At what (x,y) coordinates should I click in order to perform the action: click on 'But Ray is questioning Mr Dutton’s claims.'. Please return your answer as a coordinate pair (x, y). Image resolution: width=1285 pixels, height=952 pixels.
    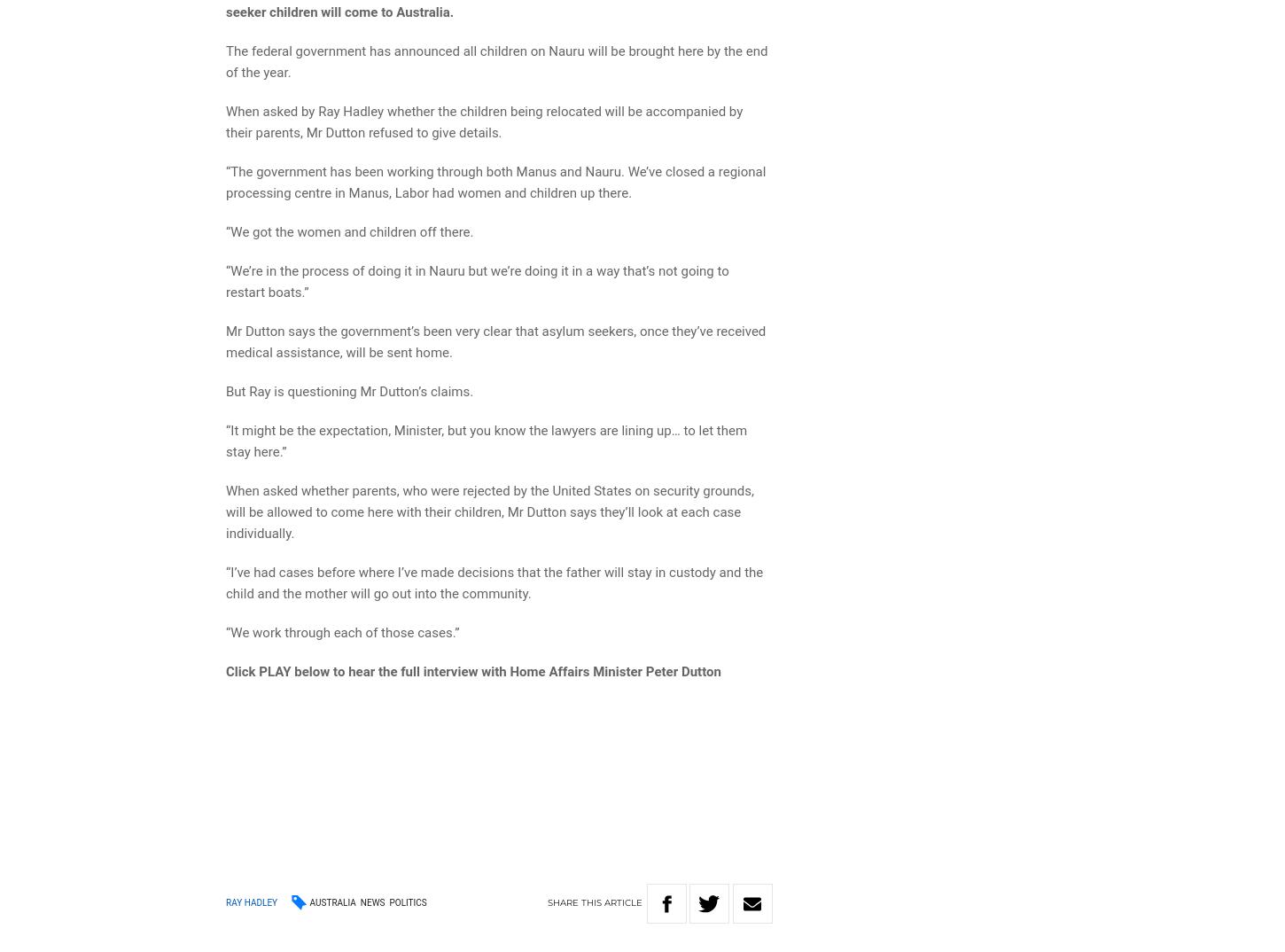
    Looking at the image, I should click on (348, 389).